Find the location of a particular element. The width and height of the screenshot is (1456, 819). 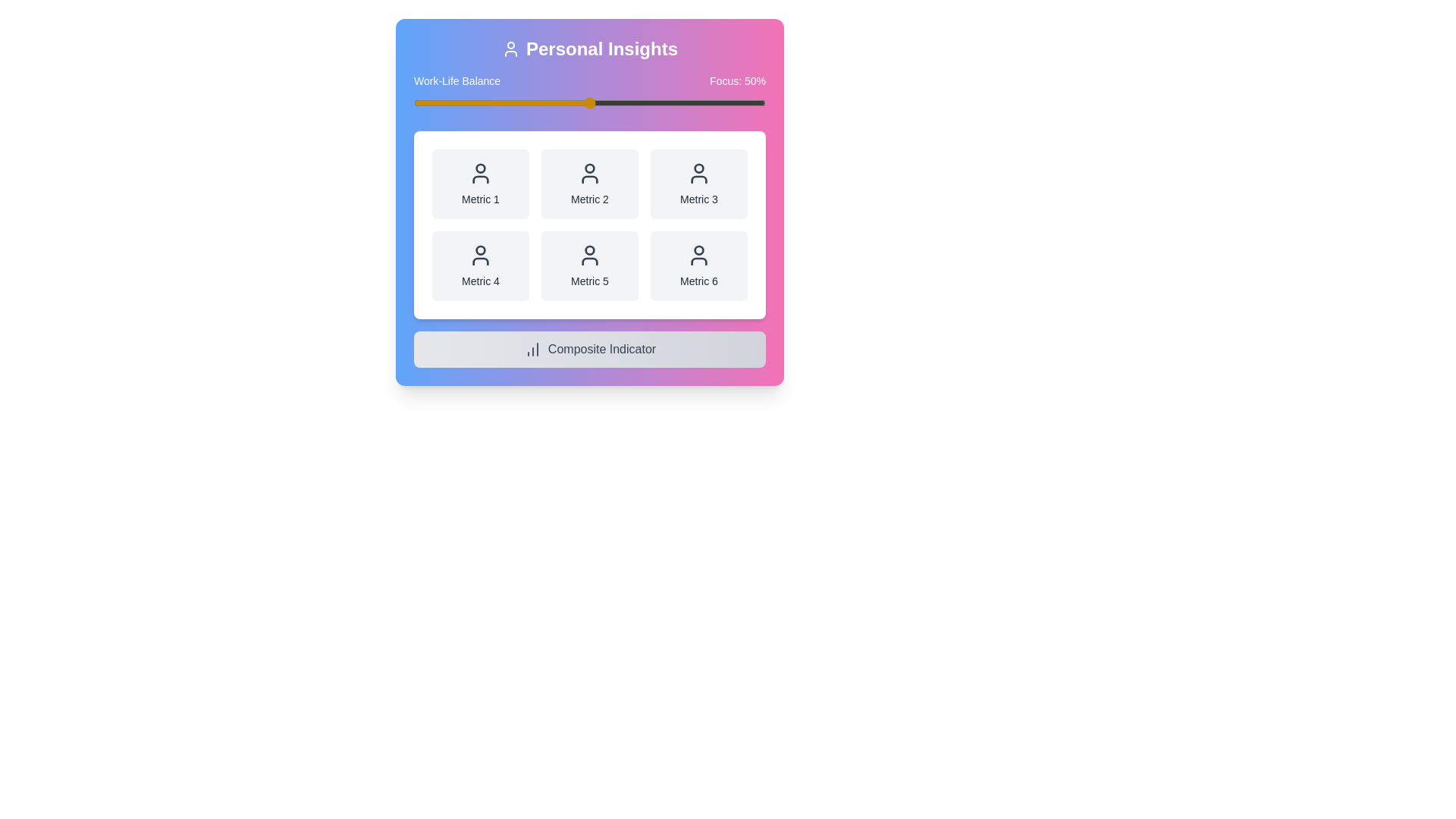

the slider to set the focus percentage to 61 is located at coordinates (629, 102).